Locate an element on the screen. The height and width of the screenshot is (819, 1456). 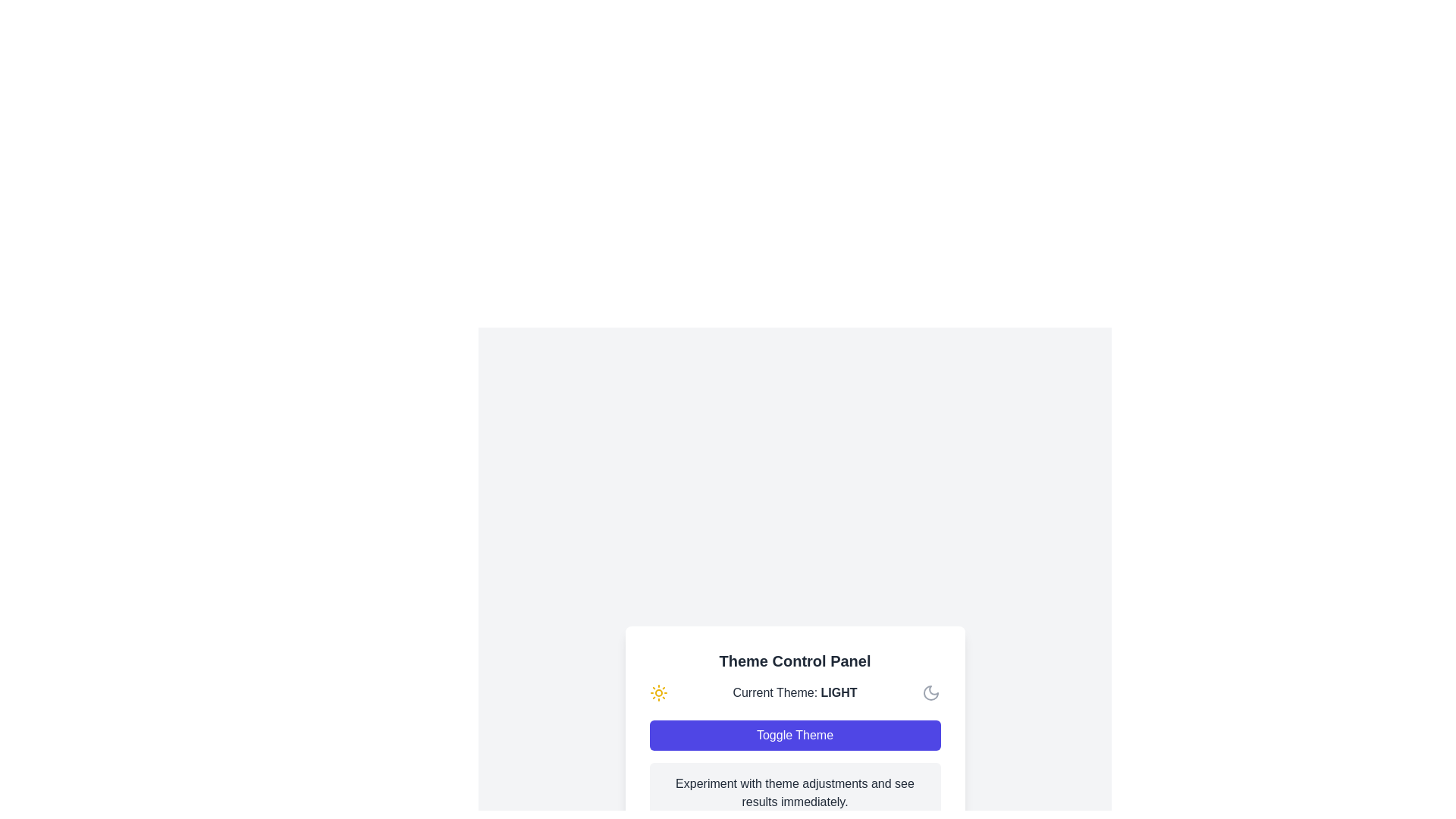
the text label displaying the currently selected UI theme, which indicates 'Light' as the active visual mode is located at coordinates (838, 692).